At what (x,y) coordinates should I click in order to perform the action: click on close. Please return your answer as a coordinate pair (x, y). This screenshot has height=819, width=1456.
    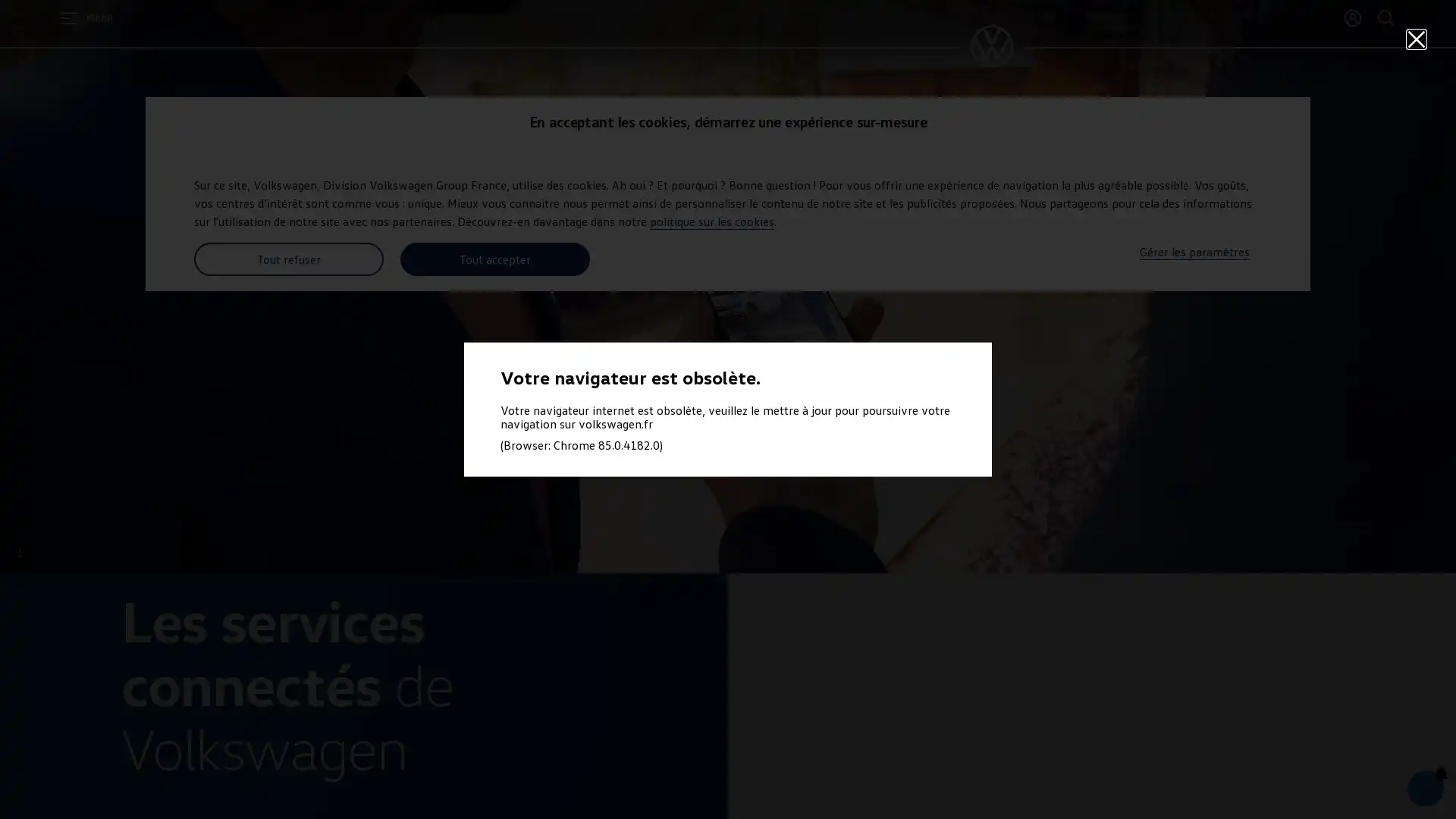
    Looking at the image, I should click on (1415, 38).